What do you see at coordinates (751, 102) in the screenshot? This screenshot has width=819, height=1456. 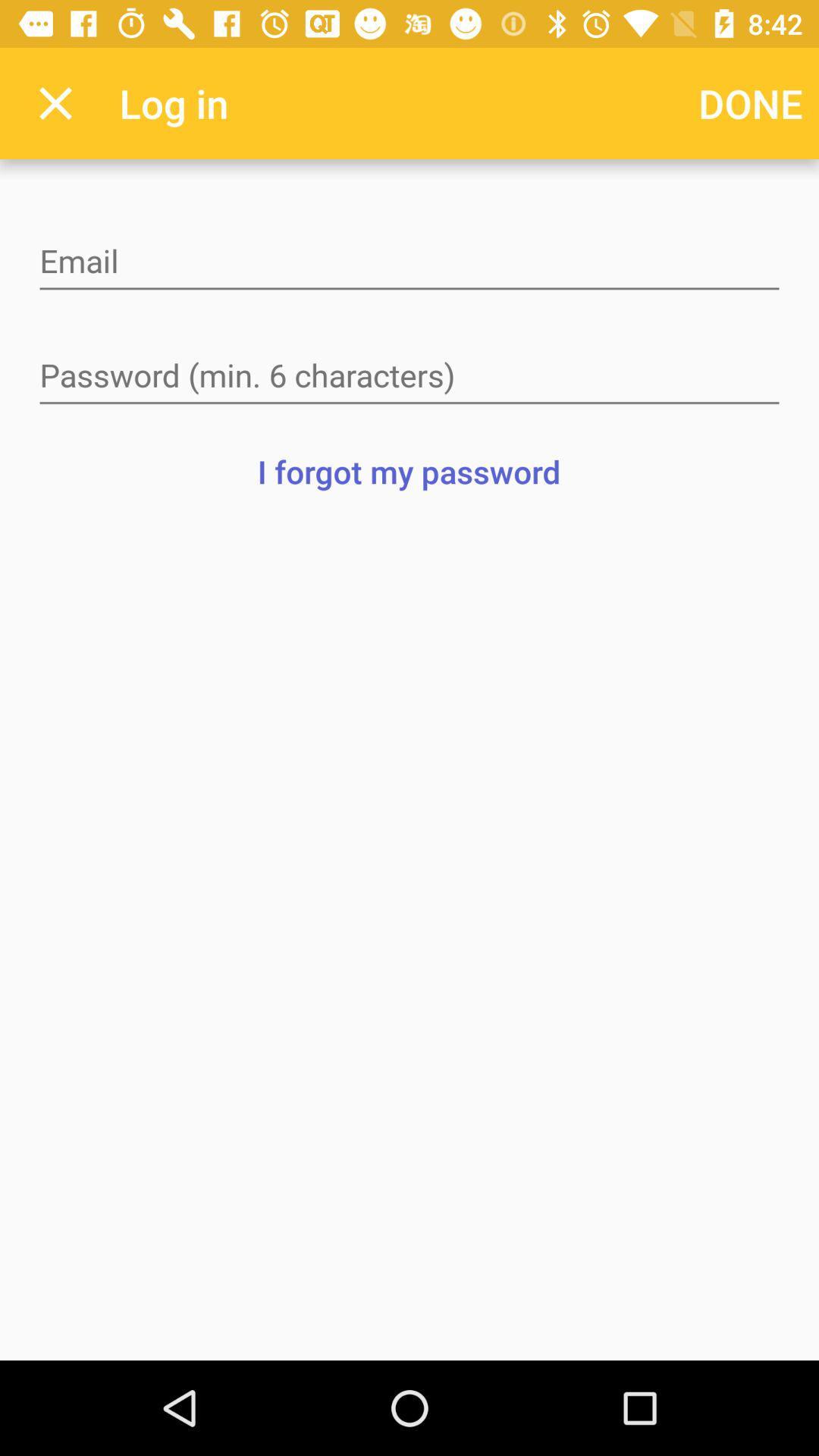 I see `the item next to the log in item` at bounding box center [751, 102].